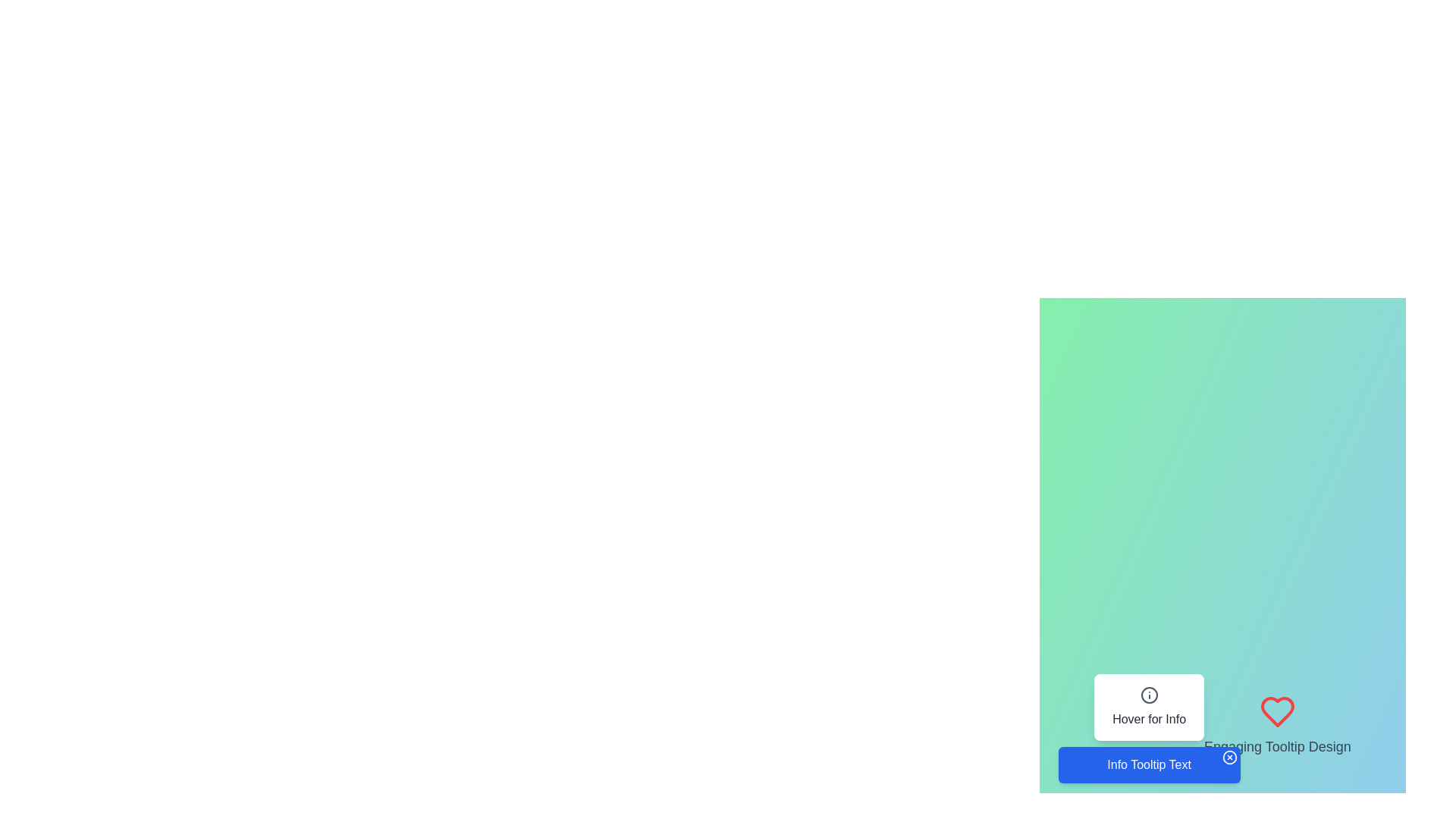 This screenshot has width=1456, height=819. Describe the element at coordinates (1149, 695) in the screenshot. I see `the circular icon with an inner glyph resembling information, which is styled gray and changes to blue on hover, located at the top of the white card labeled 'Hover for Info'` at that location.